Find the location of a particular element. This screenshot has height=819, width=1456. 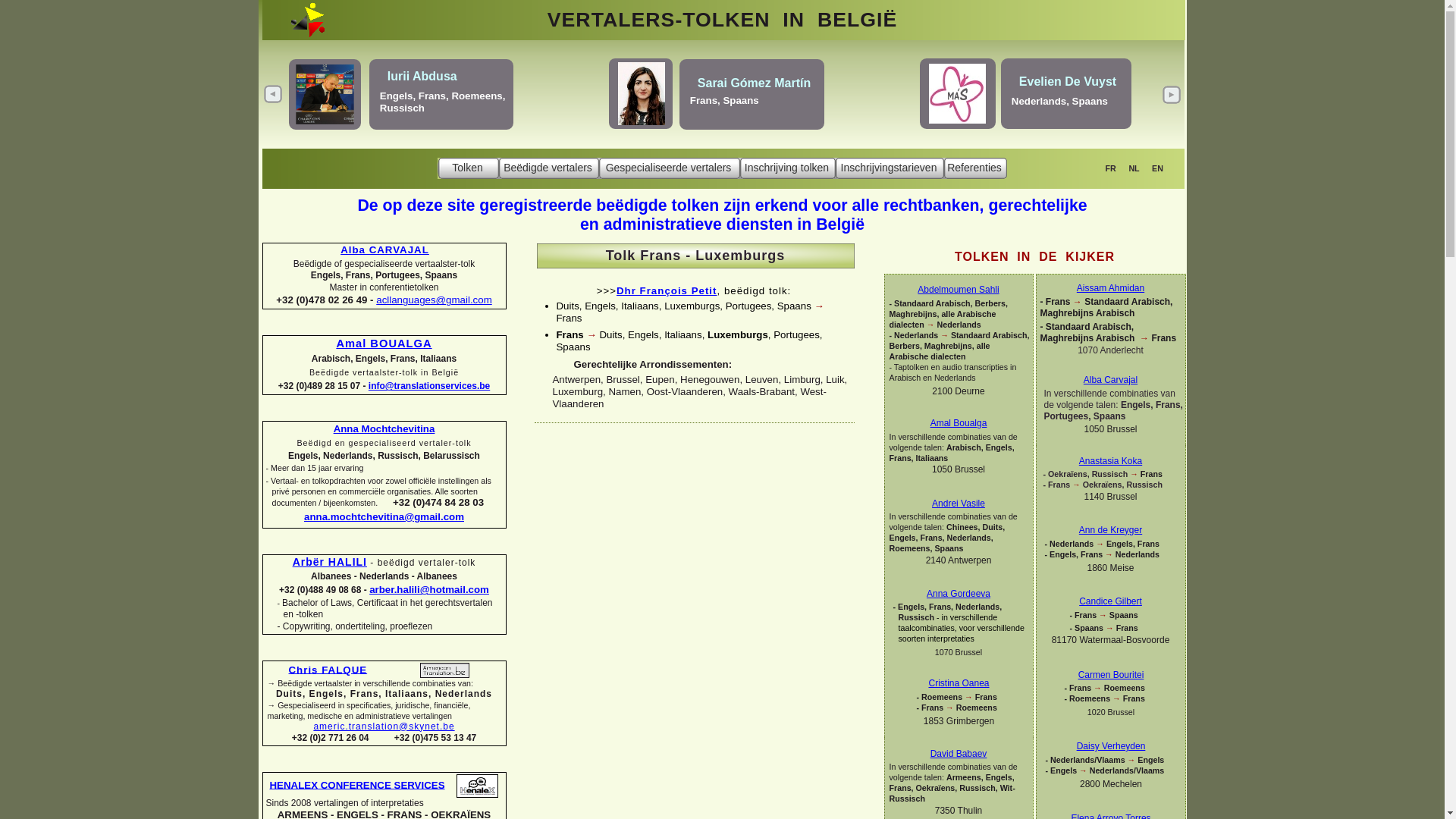

'americ.translation@skynet.be' is located at coordinates (383, 725).